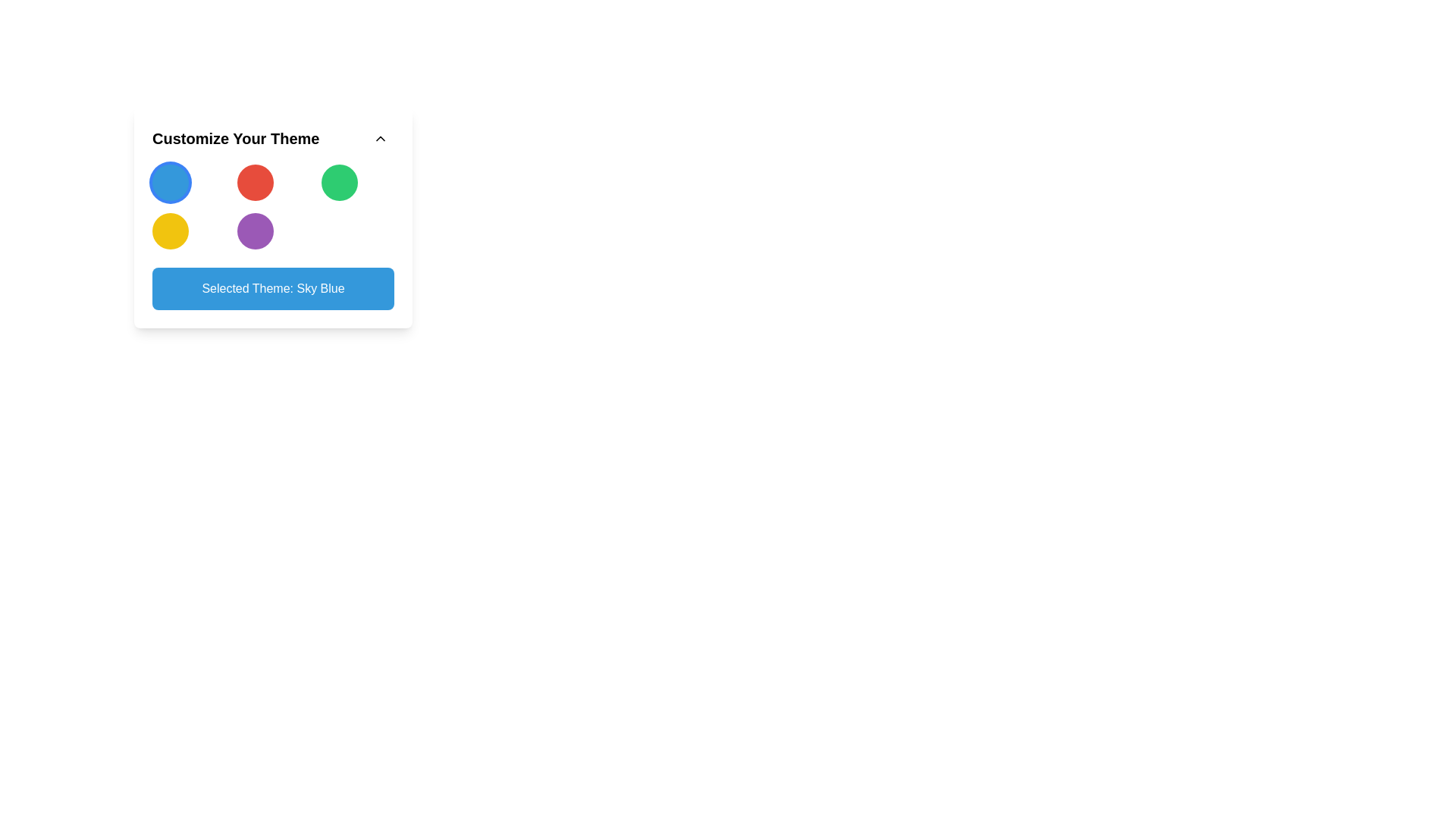 The width and height of the screenshot is (1456, 819). Describe the element at coordinates (381, 138) in the screenshot. I see `the minimalistic 'chevron-up' icon located` at that location.